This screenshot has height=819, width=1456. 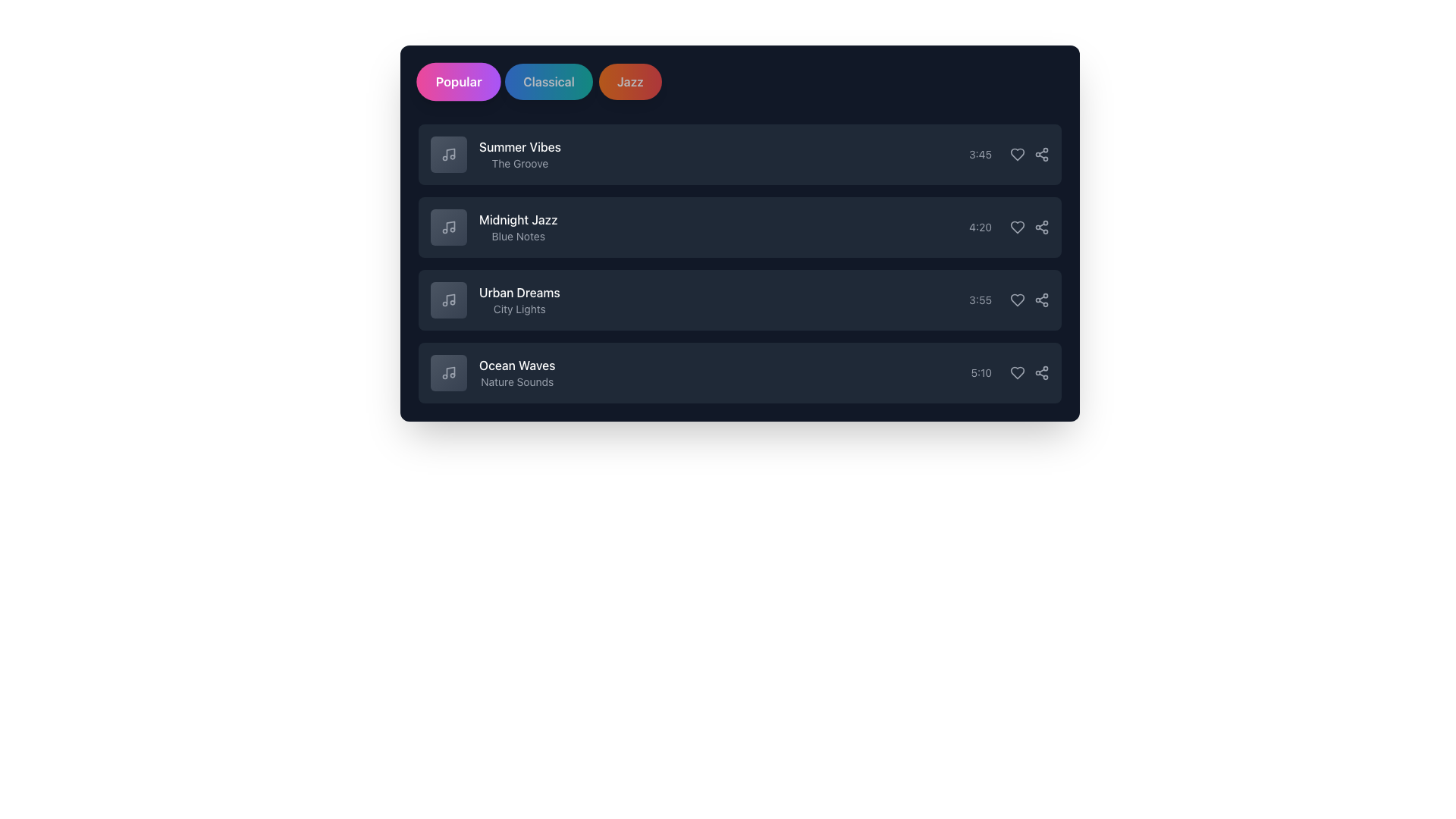 What do you see at coordinates (981, 227) in the screenshot?
I see `the text label that displays the duration or timestamp for the second music track labeled 'Midnight Jazz', located on the right side of the track's row` at bounding box center [981, 227].